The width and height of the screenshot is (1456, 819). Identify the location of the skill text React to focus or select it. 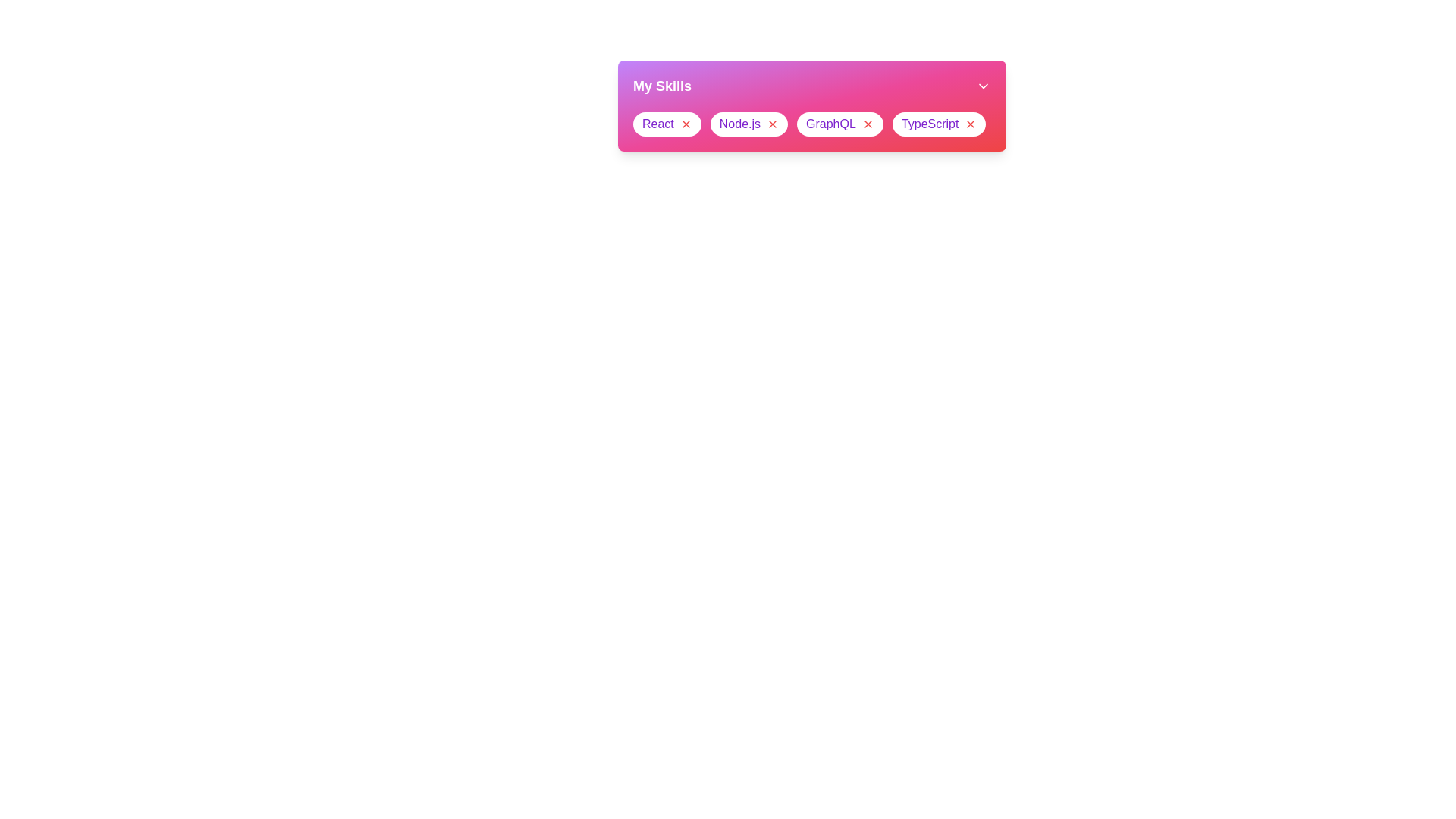
(657, 124).